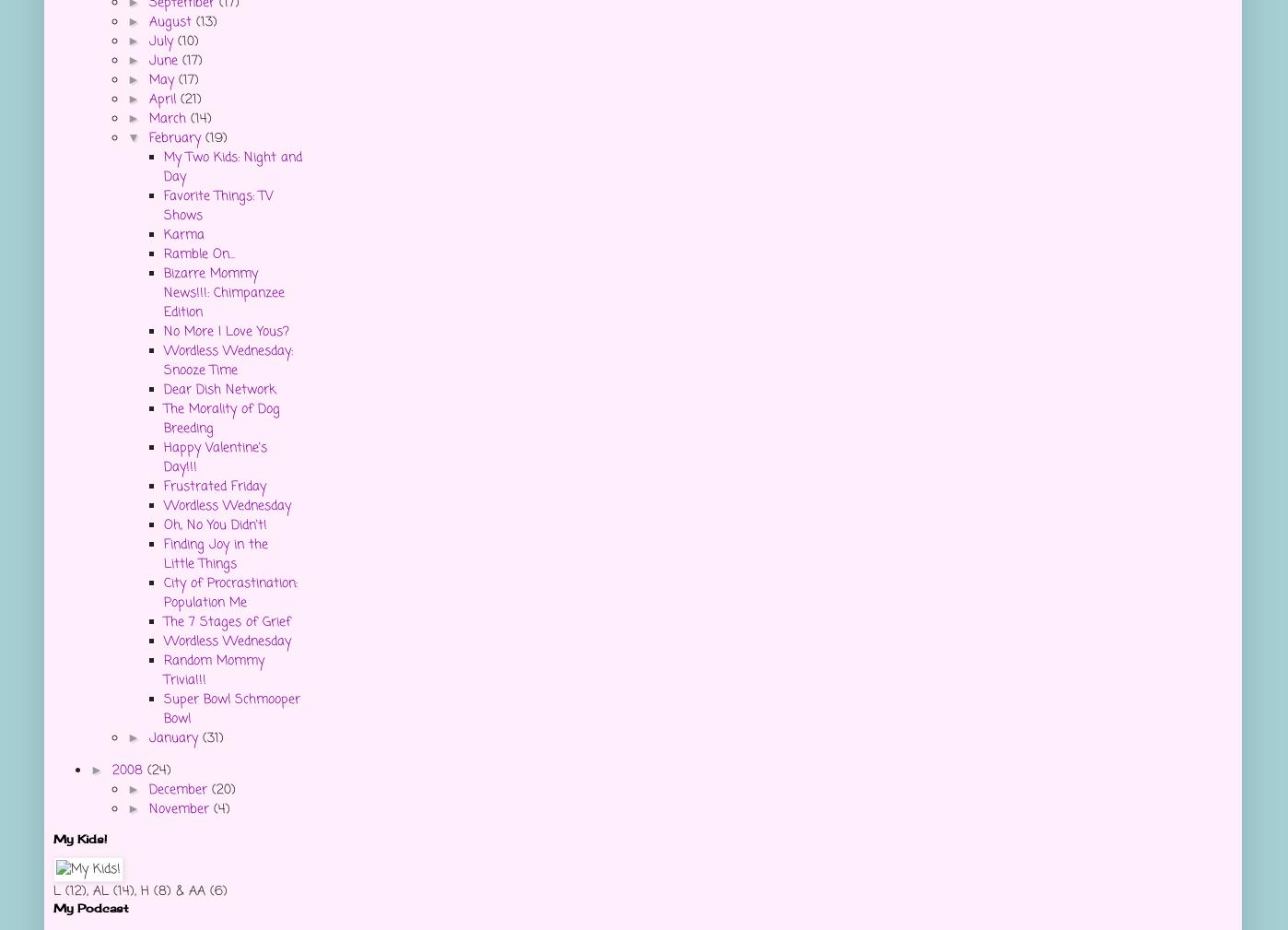 The width and height of the screenshot is (1288, 930). What do you see at coordinates (214, 670) in the screenshot?
I see `'Random Mommy Trivia!!!'` at bounding box center [214, 670].